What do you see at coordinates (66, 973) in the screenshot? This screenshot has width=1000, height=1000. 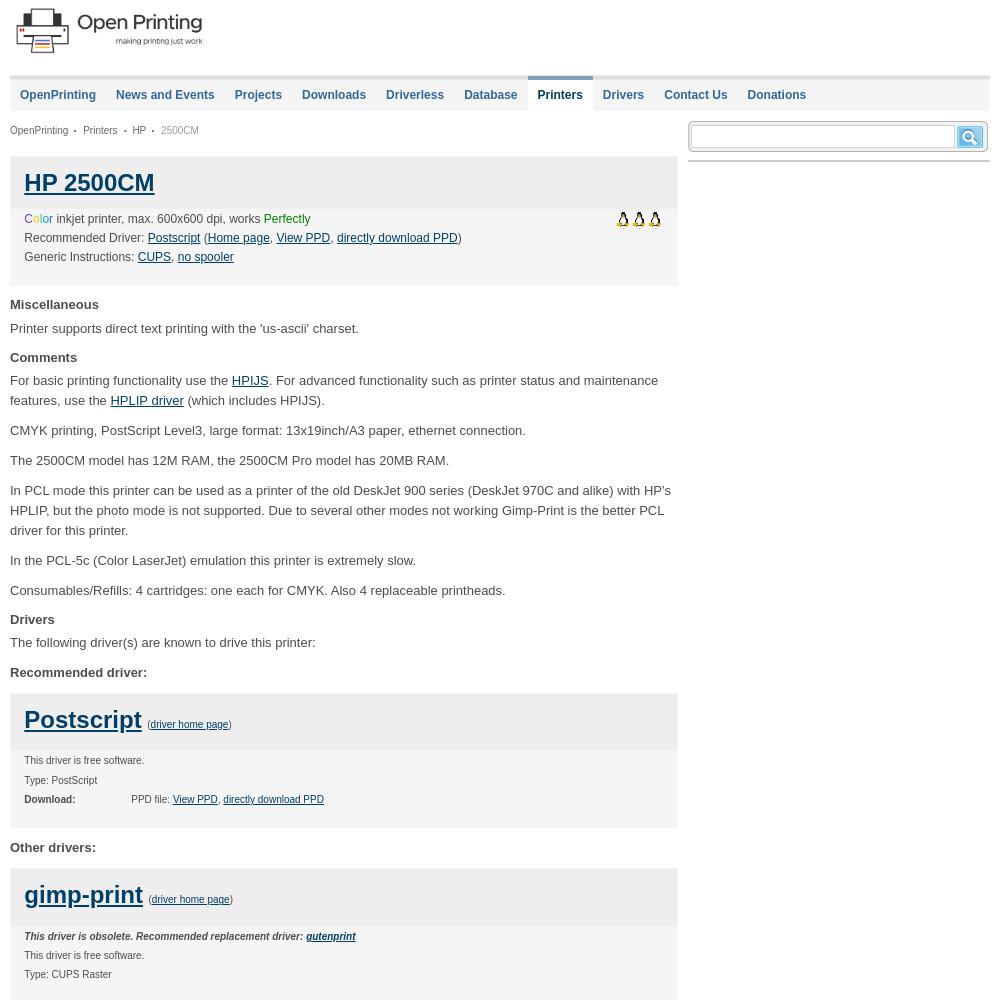 I see `'Type: CUPS Raster'` at bounding box center [66, 973].